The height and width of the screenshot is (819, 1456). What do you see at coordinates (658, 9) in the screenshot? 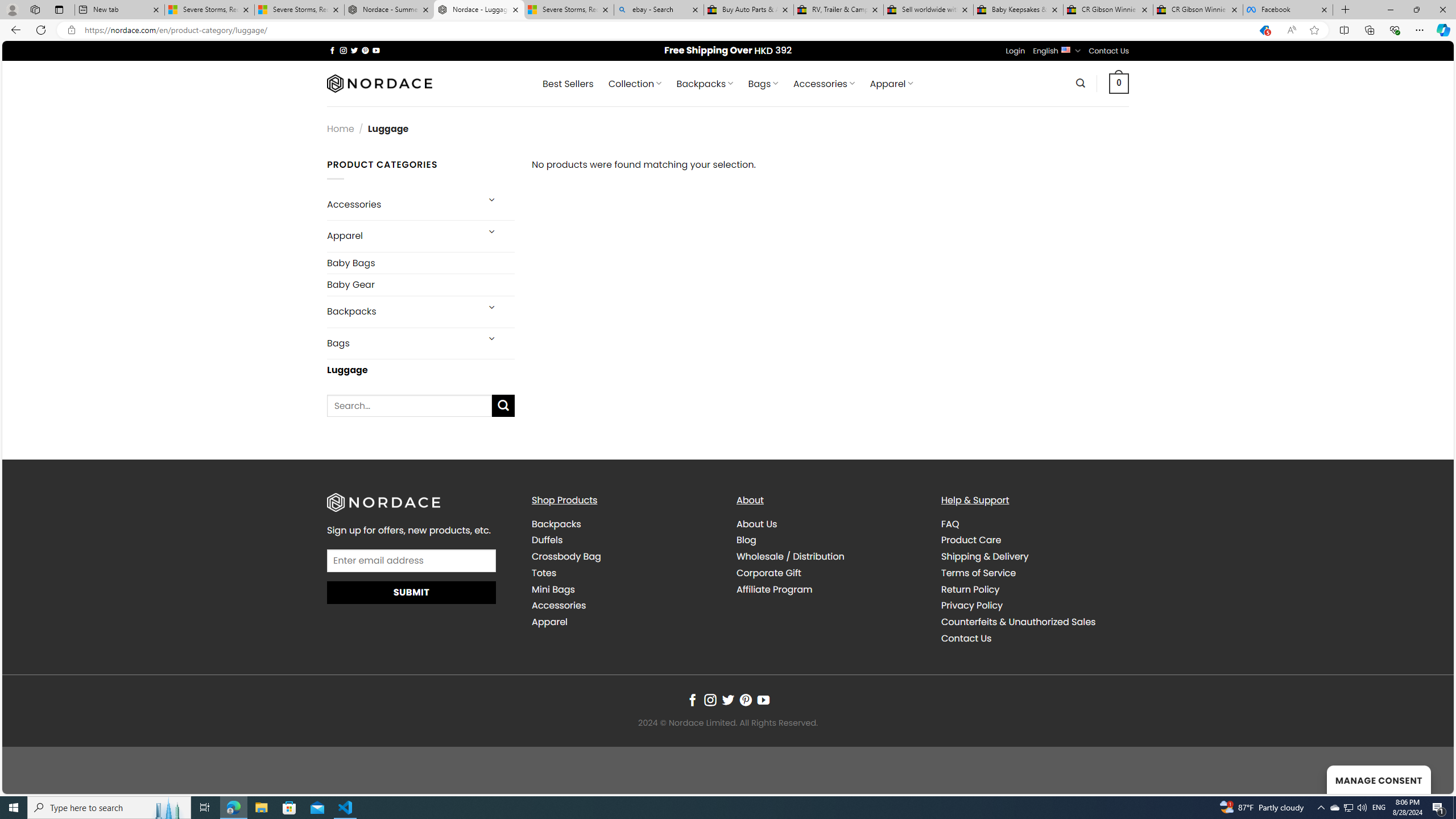
I see `'ebay - Search'` at bounding box center [658, 9].